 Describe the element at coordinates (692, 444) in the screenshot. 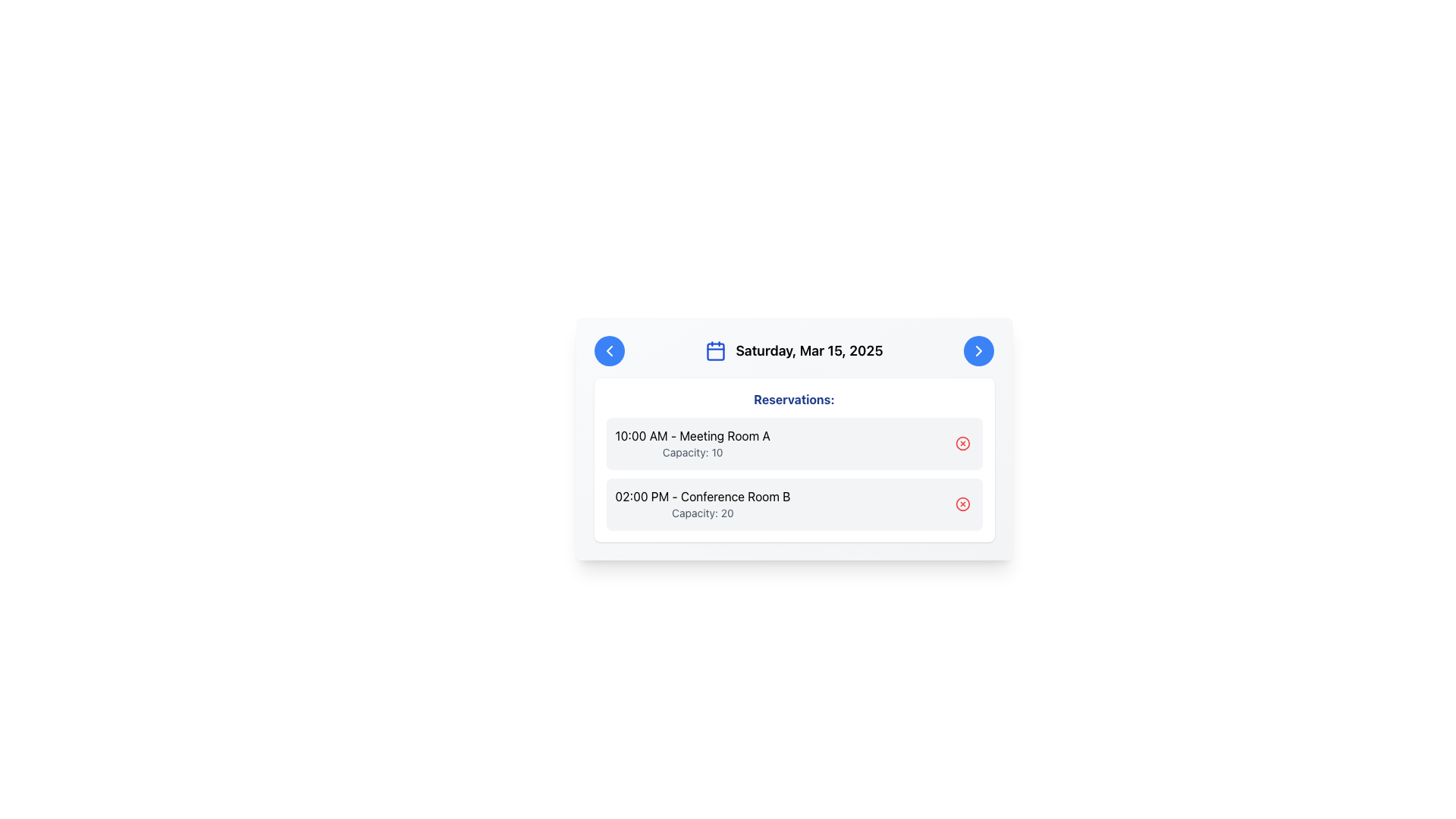

I see `the first reservation entry text label under the header 'Reservations:' which shows the time, location (Meeting Room A), and capacity (10 people)` at that location.